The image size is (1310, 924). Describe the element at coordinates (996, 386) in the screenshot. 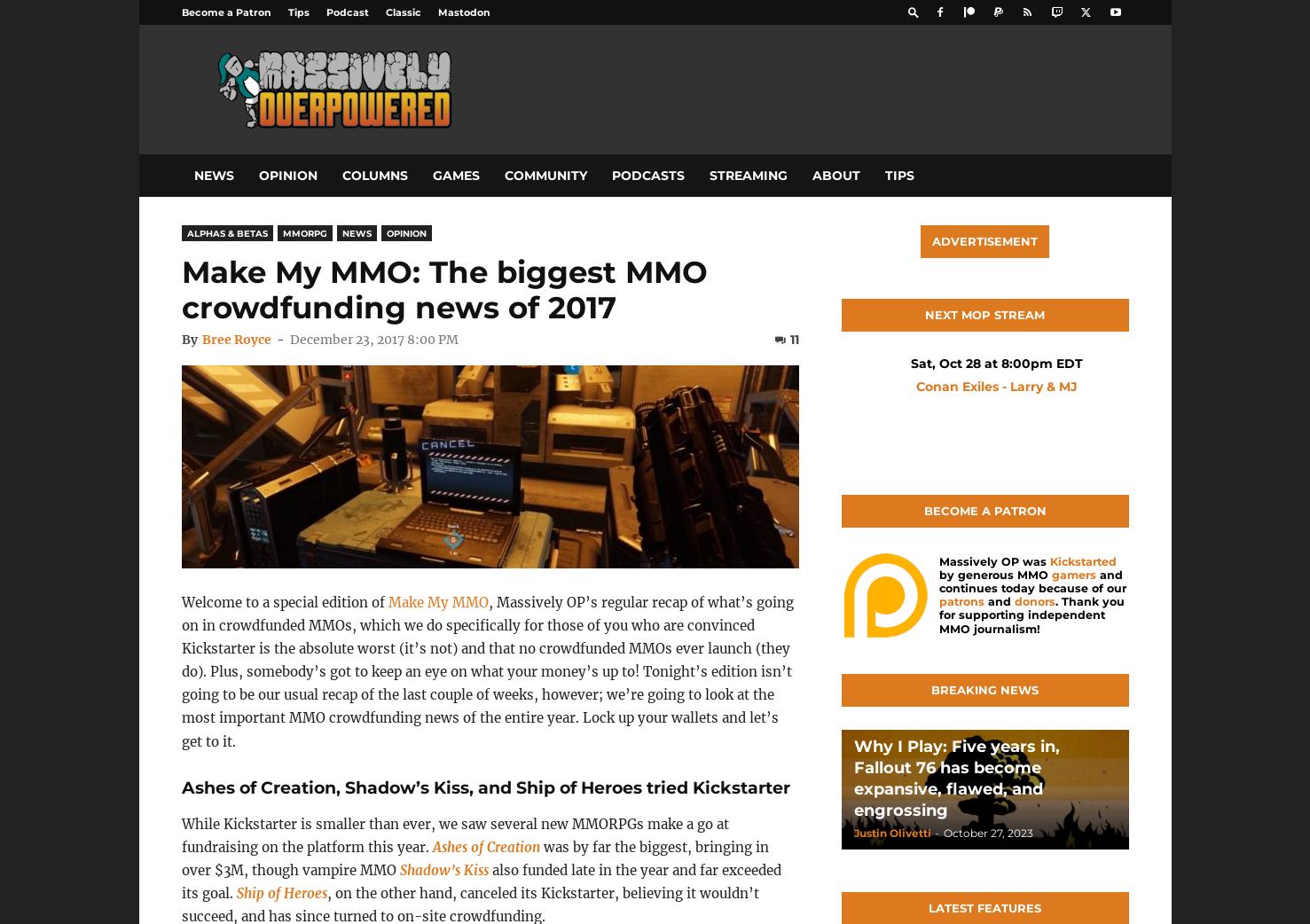

I see `'Conan Exiles - Larry & MJ'` at that location.